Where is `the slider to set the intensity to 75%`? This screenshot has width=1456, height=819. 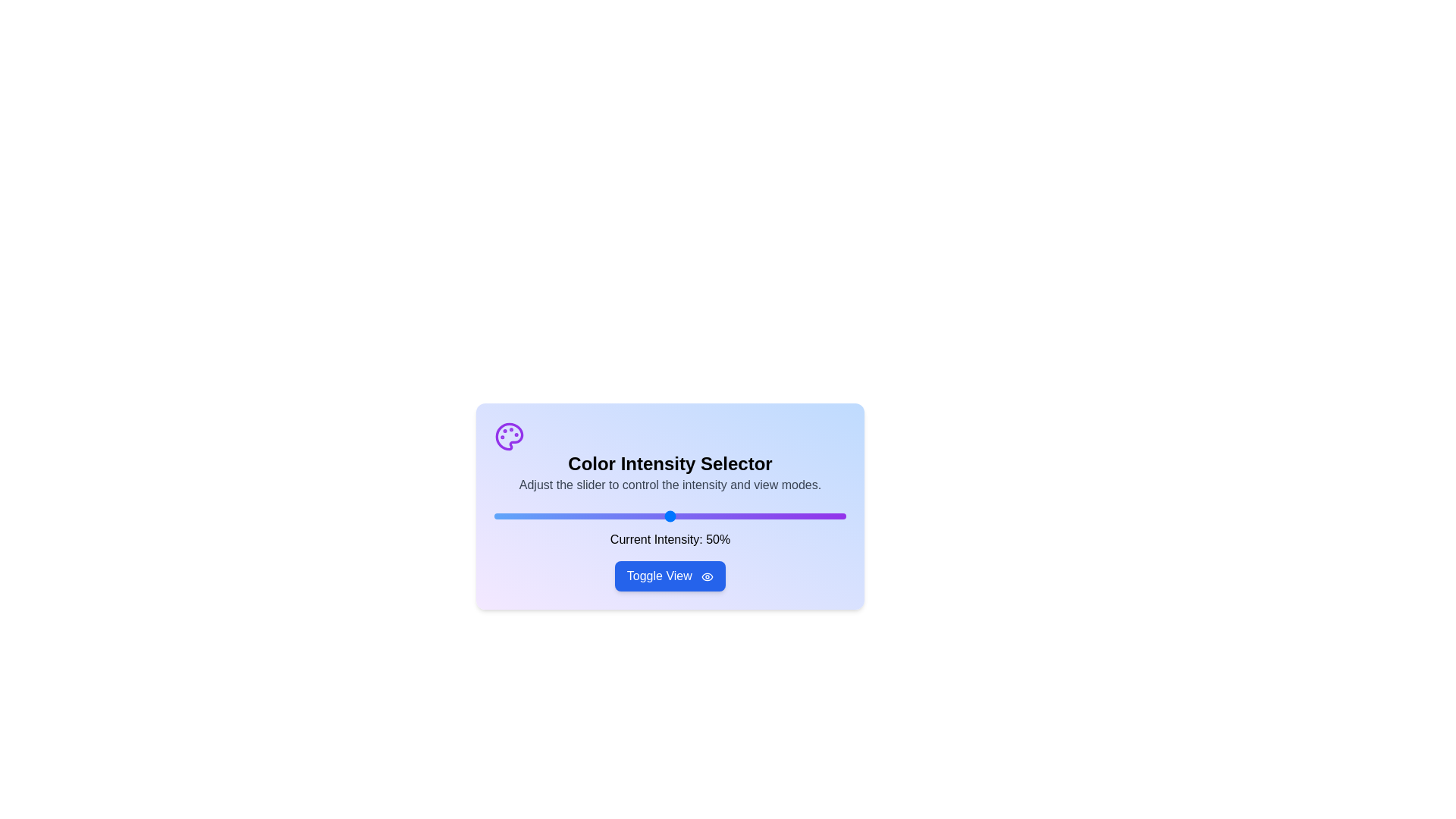
the slider to set the intensity to 75% is located at coordinates (758, 516).